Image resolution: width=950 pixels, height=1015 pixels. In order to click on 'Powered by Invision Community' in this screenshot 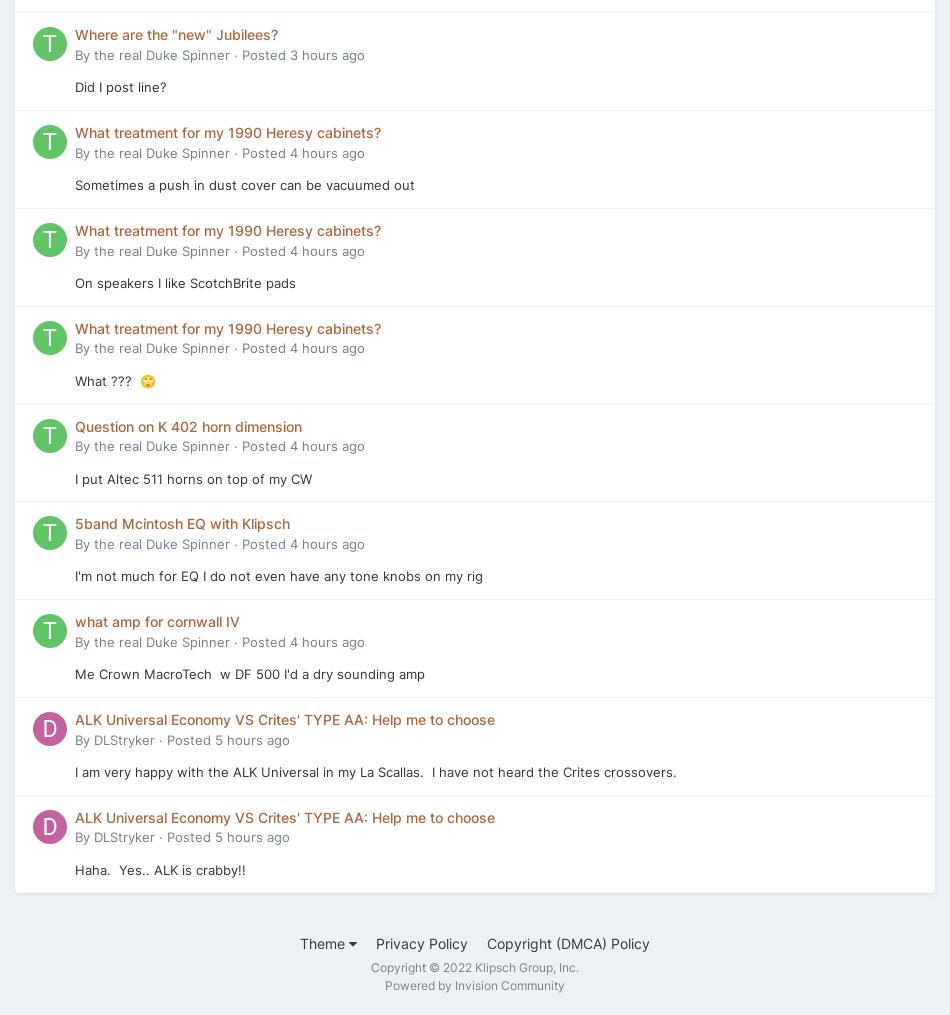, I will do `click(475, 985)`.